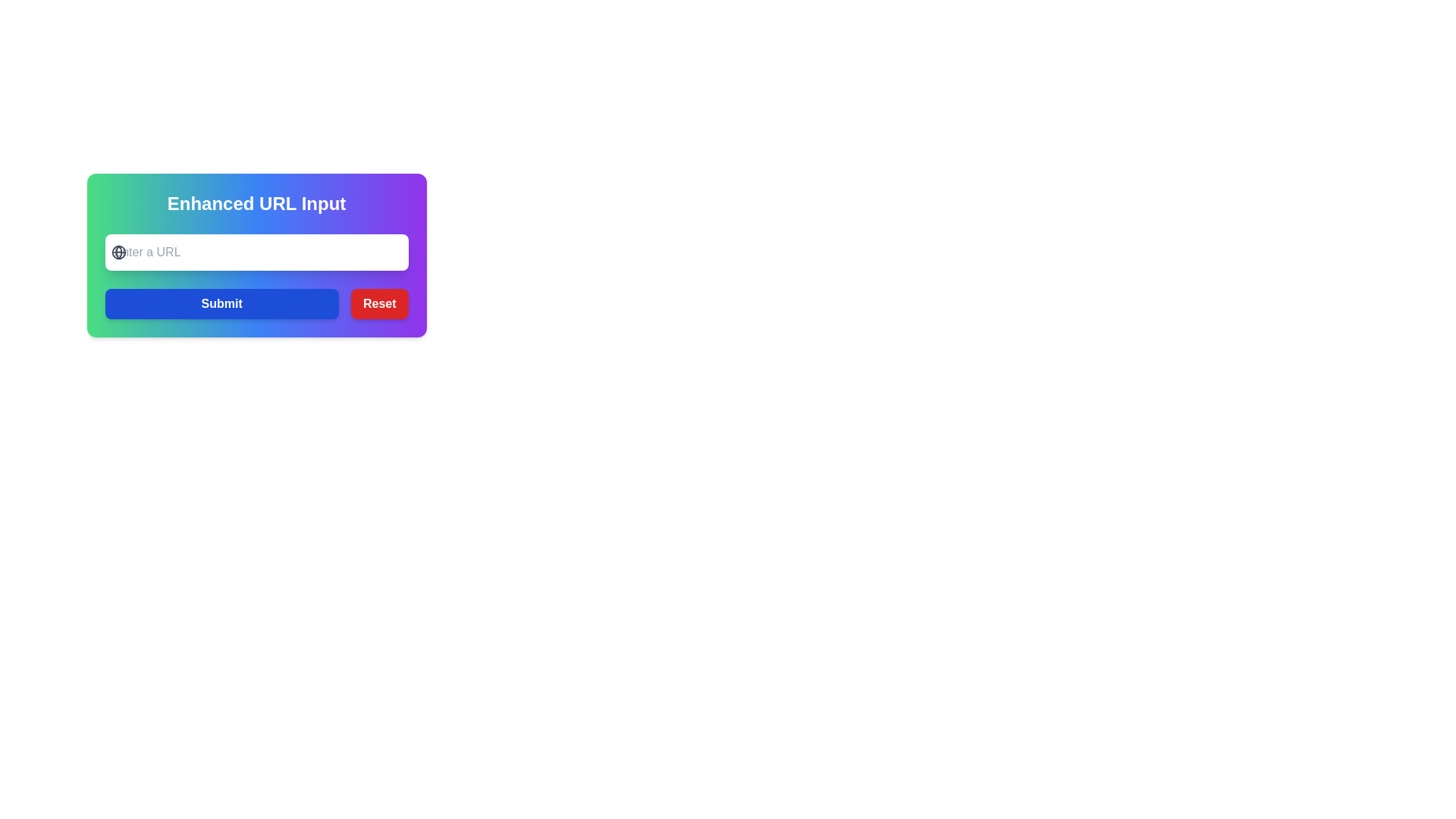 Image resolution: width=1456 pixels, height=819 pixels. I want to click on the 'Submit' button which is positioned to the left of the 'Reset' button and triggers form submission when clicked, so click(221, 304).